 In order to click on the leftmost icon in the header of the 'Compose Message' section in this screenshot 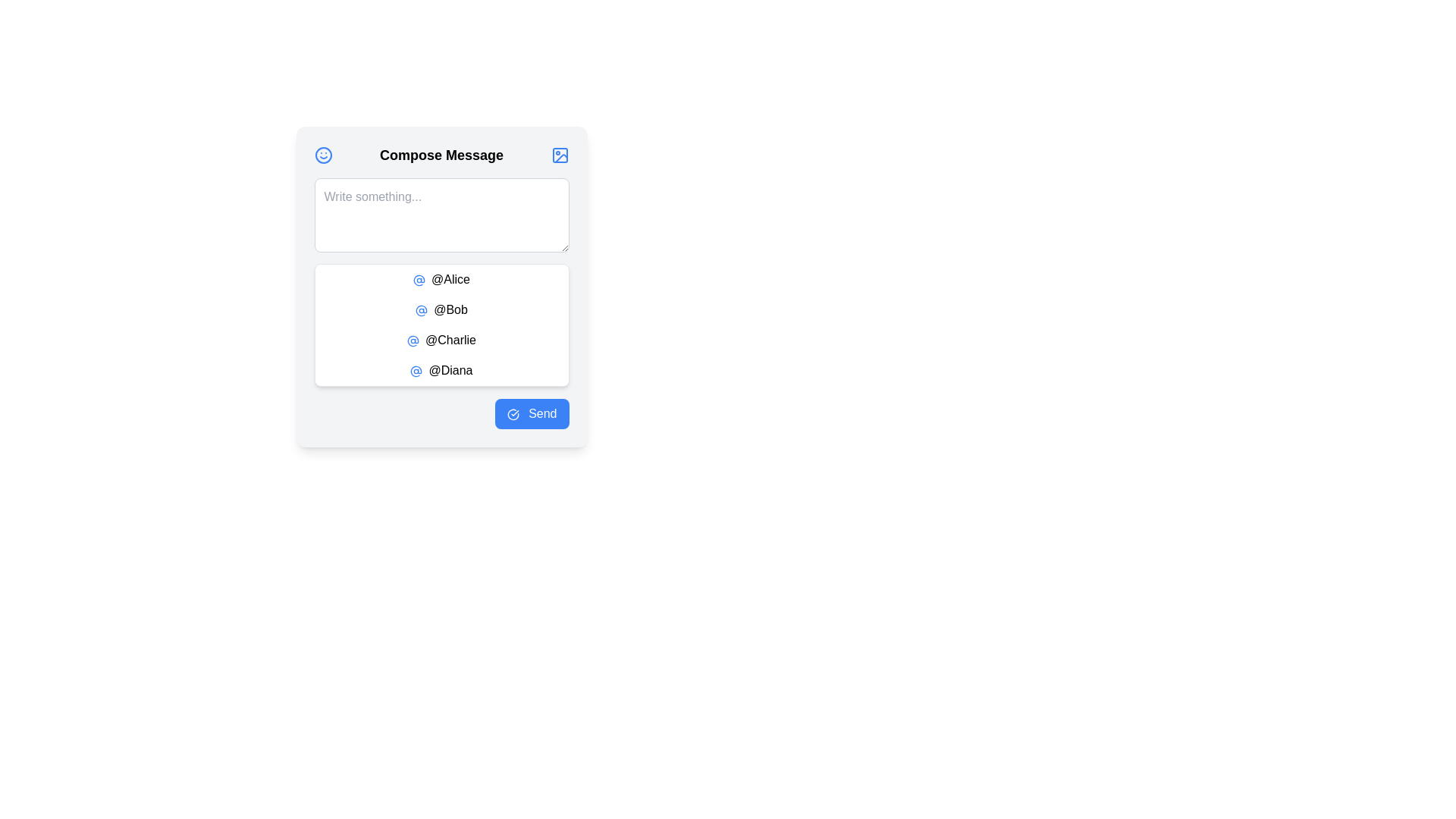, I will do `click(322, 155)`.